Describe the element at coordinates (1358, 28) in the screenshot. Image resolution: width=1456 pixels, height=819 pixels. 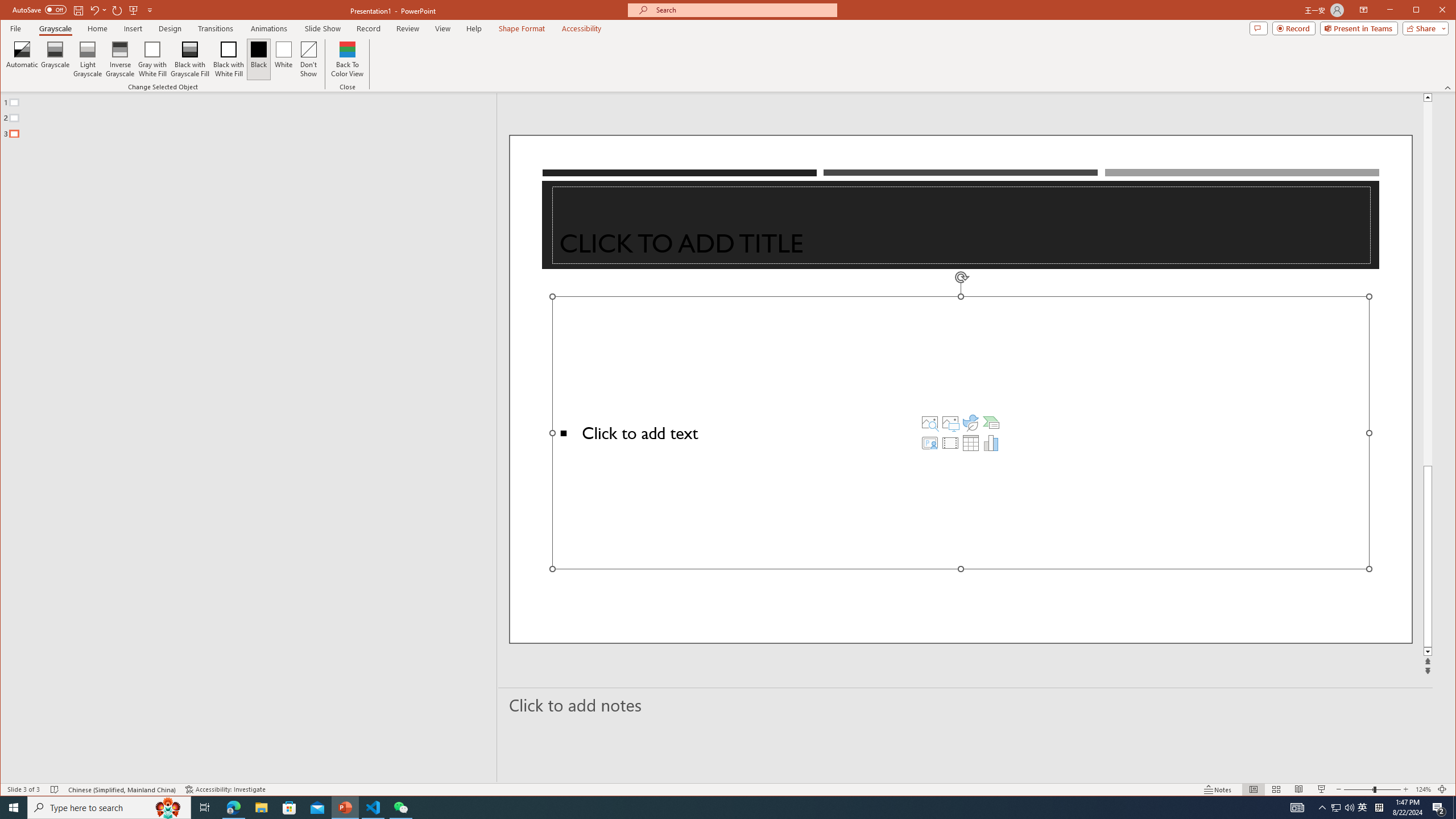
I see `'Present in Teams'` at that location.